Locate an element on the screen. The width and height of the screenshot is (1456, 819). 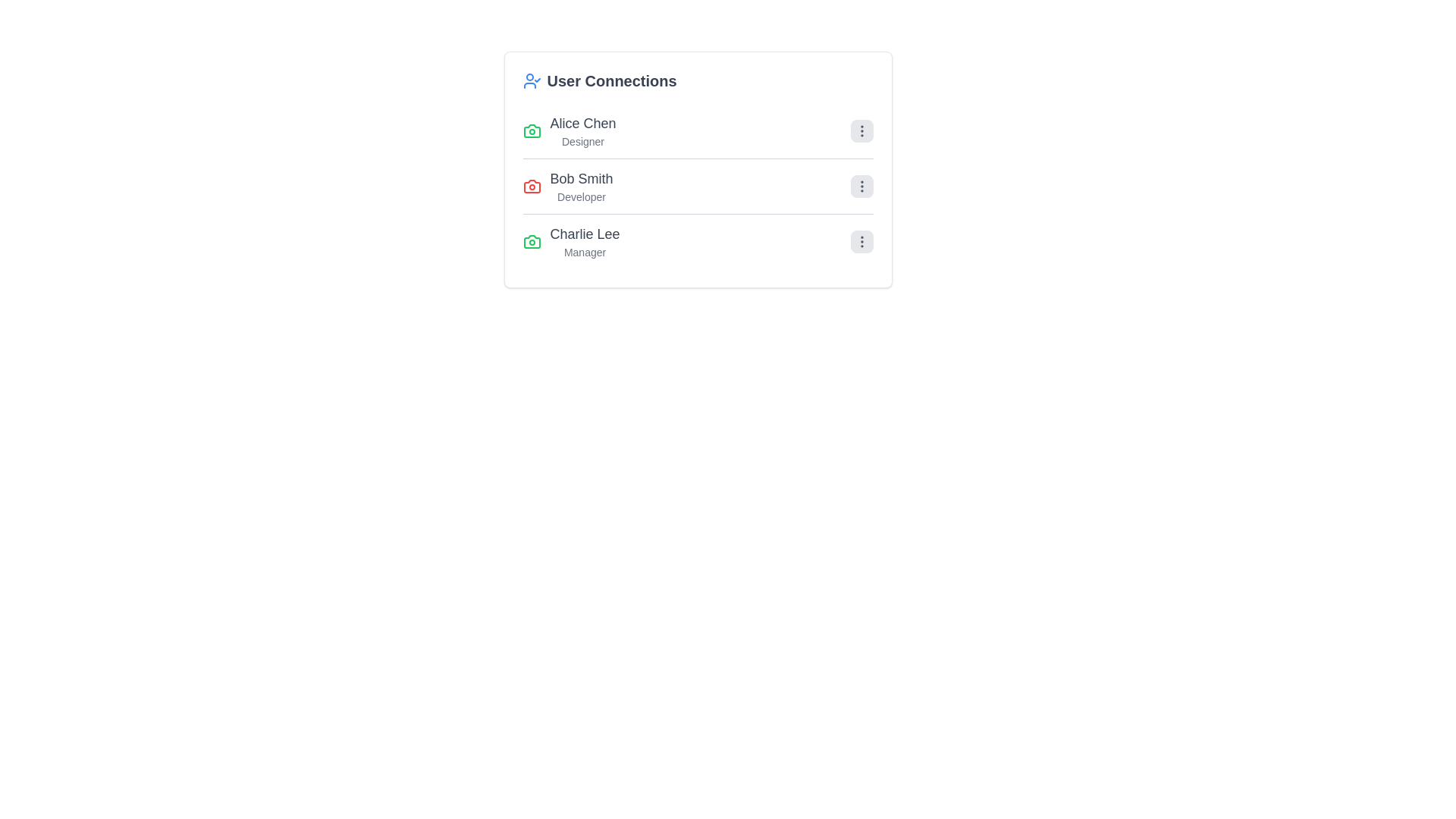
the text label displaying 'Developer', which is styled in a smaller gray font and located directly below 'Bob Smith' in the 'User Connections' section is located at coordinates (581, 196).